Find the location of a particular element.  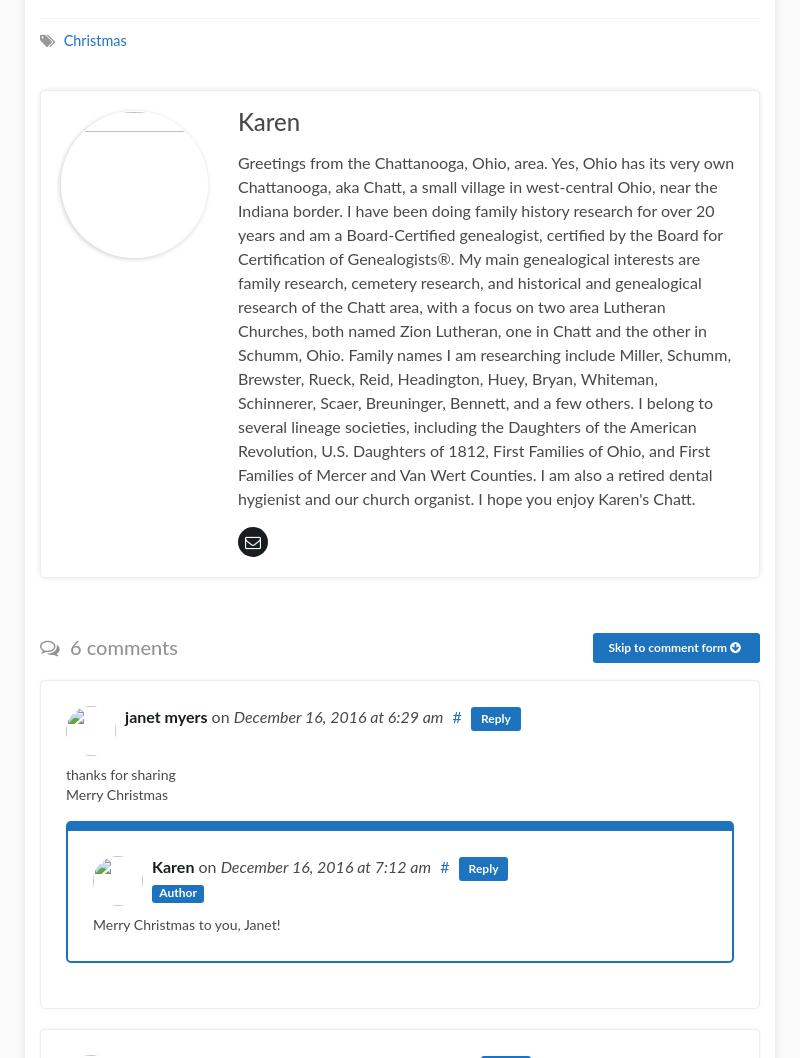

'Author' is located at coordinates (176, 892).